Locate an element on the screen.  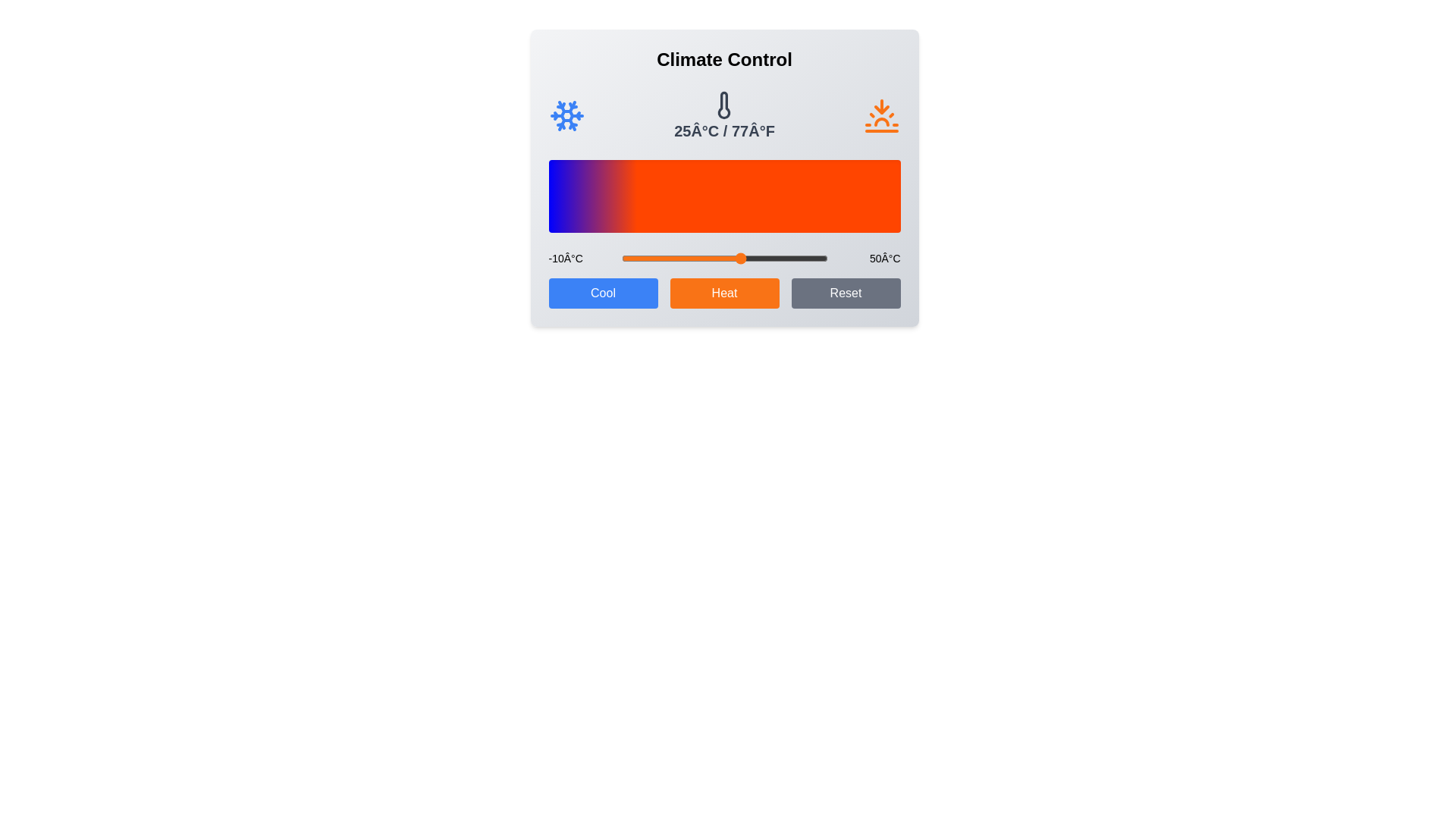
the cold icon to trigger its visual feedback is located at coordinates (566, 115).